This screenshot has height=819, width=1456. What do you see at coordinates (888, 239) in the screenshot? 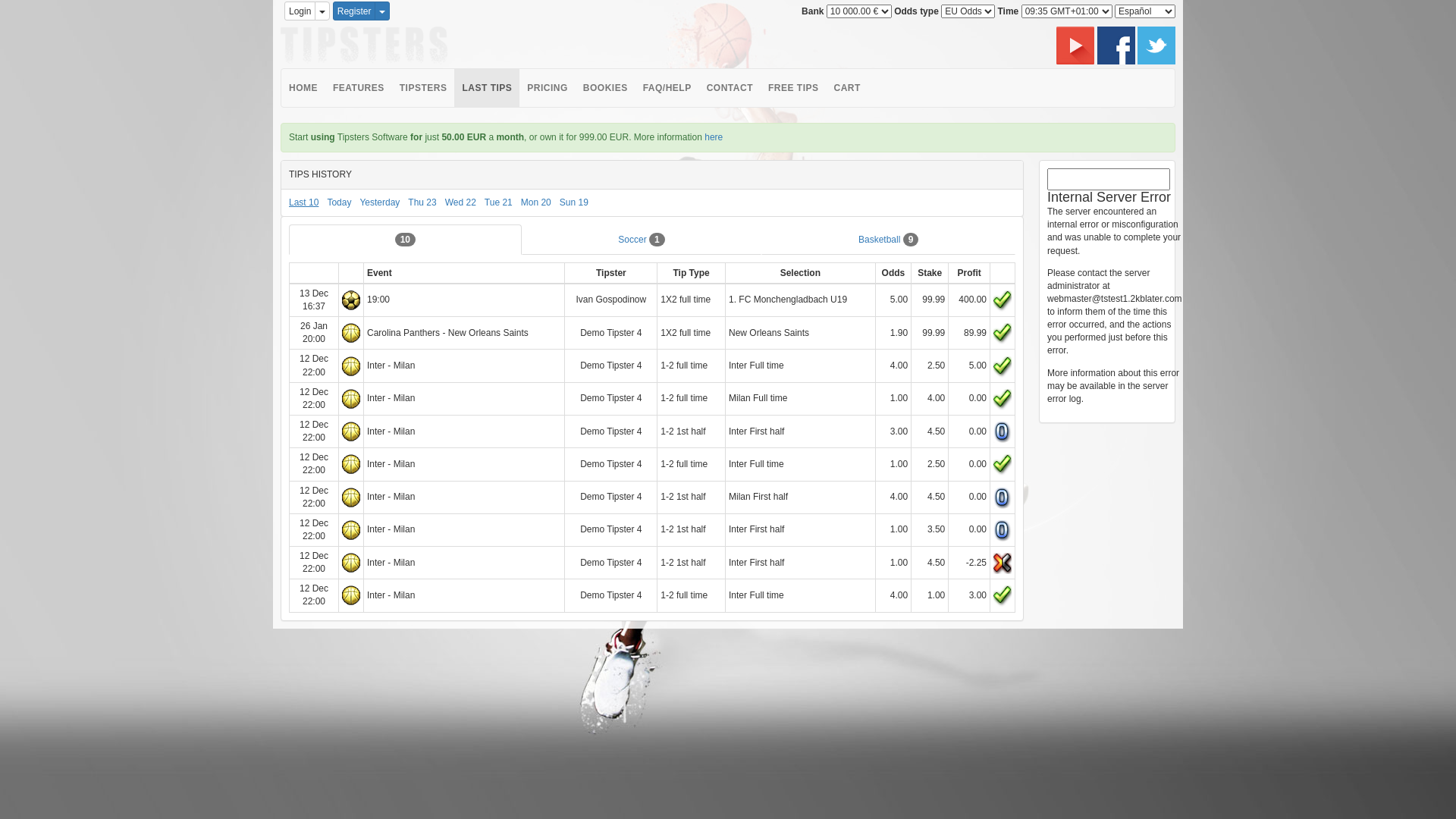
I see `'Basketball 9'` at bounding box center [888, 239].